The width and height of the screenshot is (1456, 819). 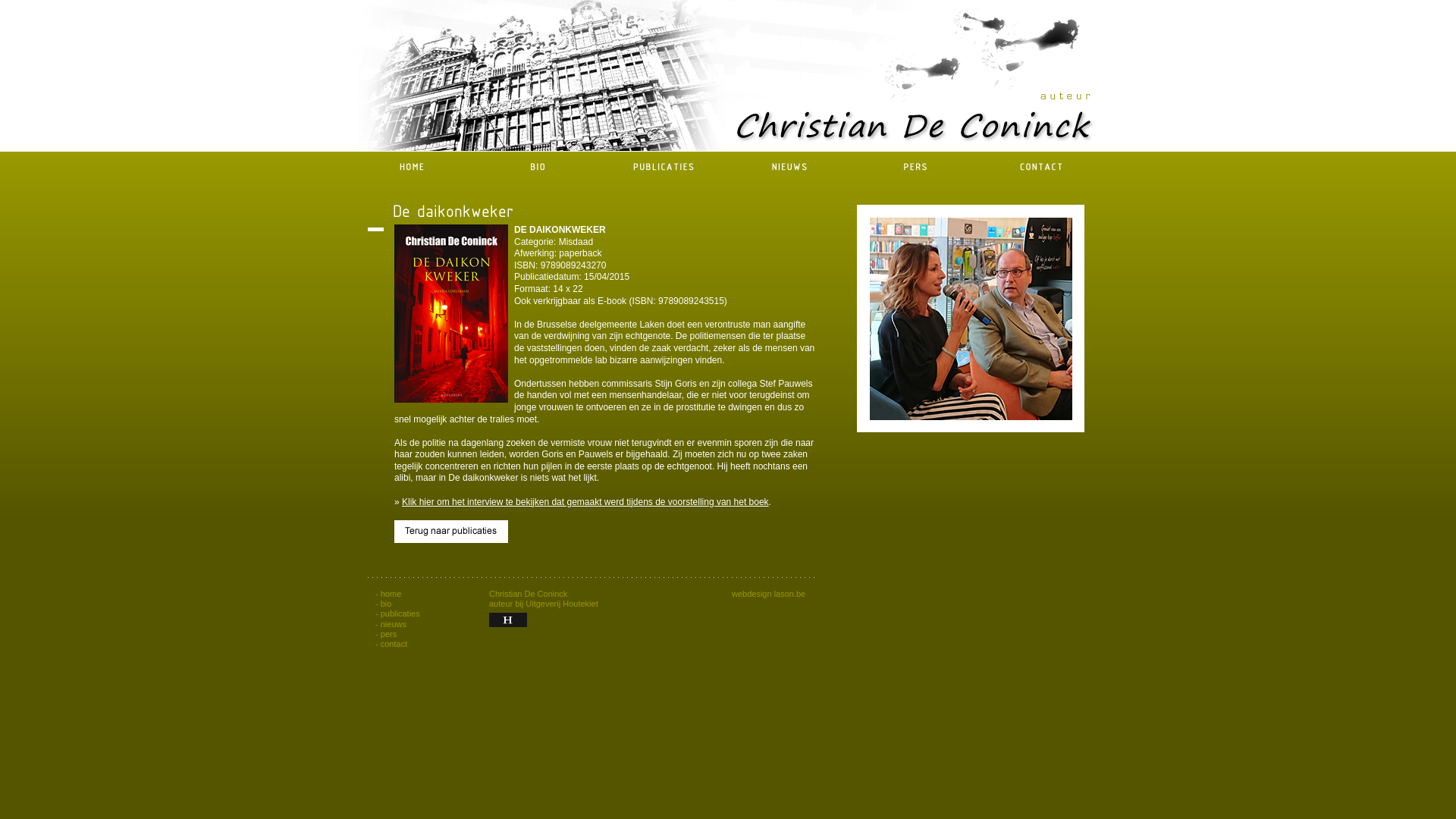 I want to click on 'publicaties', so click(x=400, y=613).